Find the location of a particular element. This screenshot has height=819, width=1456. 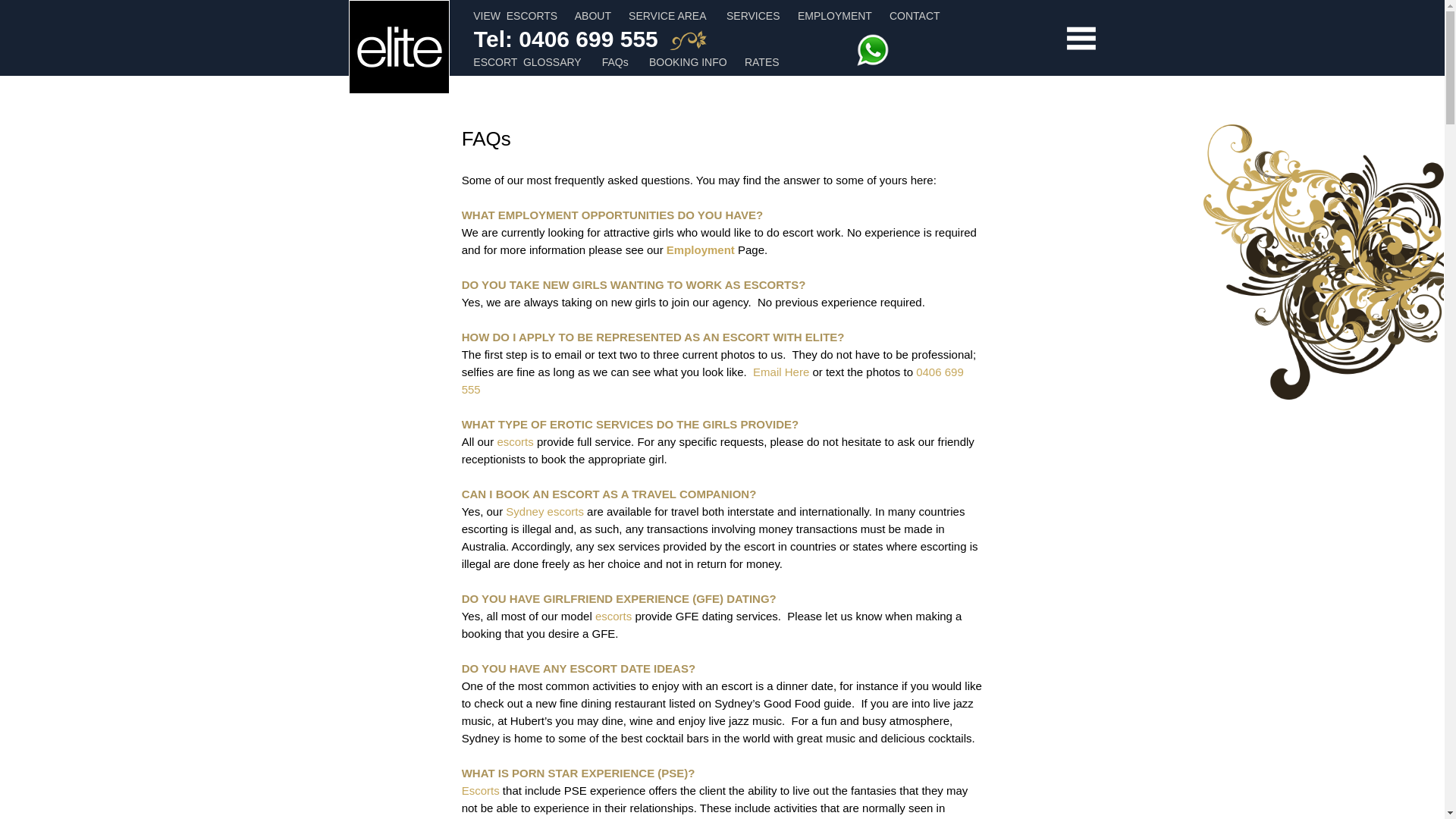

'escorts' is located at coordinates (613, 616).